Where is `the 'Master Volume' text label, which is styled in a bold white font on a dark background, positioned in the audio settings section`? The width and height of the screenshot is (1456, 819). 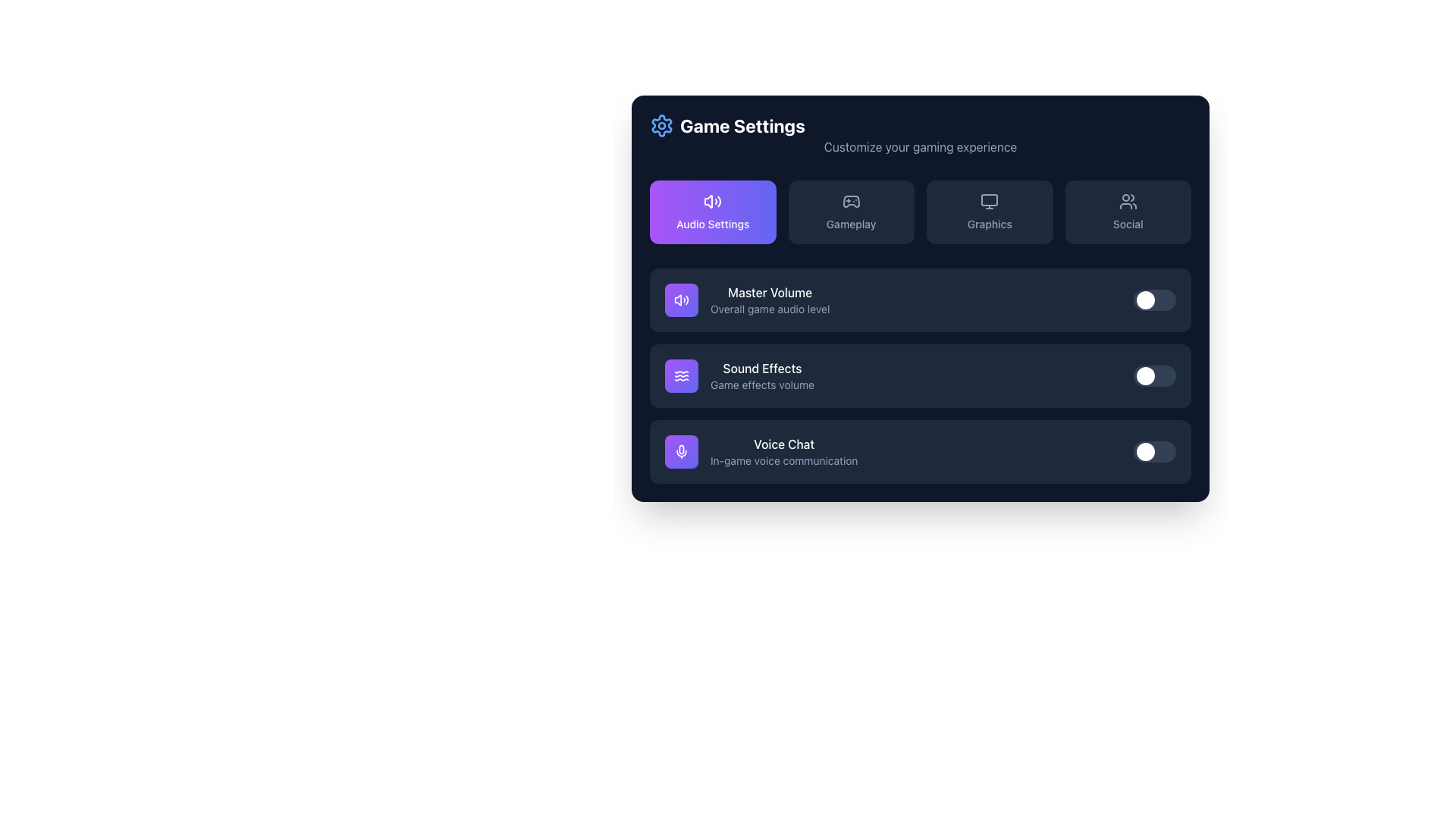 the 'Master Volume' text label, which is styled in a bold white font on a dark background, positioned in the audio settings section is located at coordinates (770, 292).